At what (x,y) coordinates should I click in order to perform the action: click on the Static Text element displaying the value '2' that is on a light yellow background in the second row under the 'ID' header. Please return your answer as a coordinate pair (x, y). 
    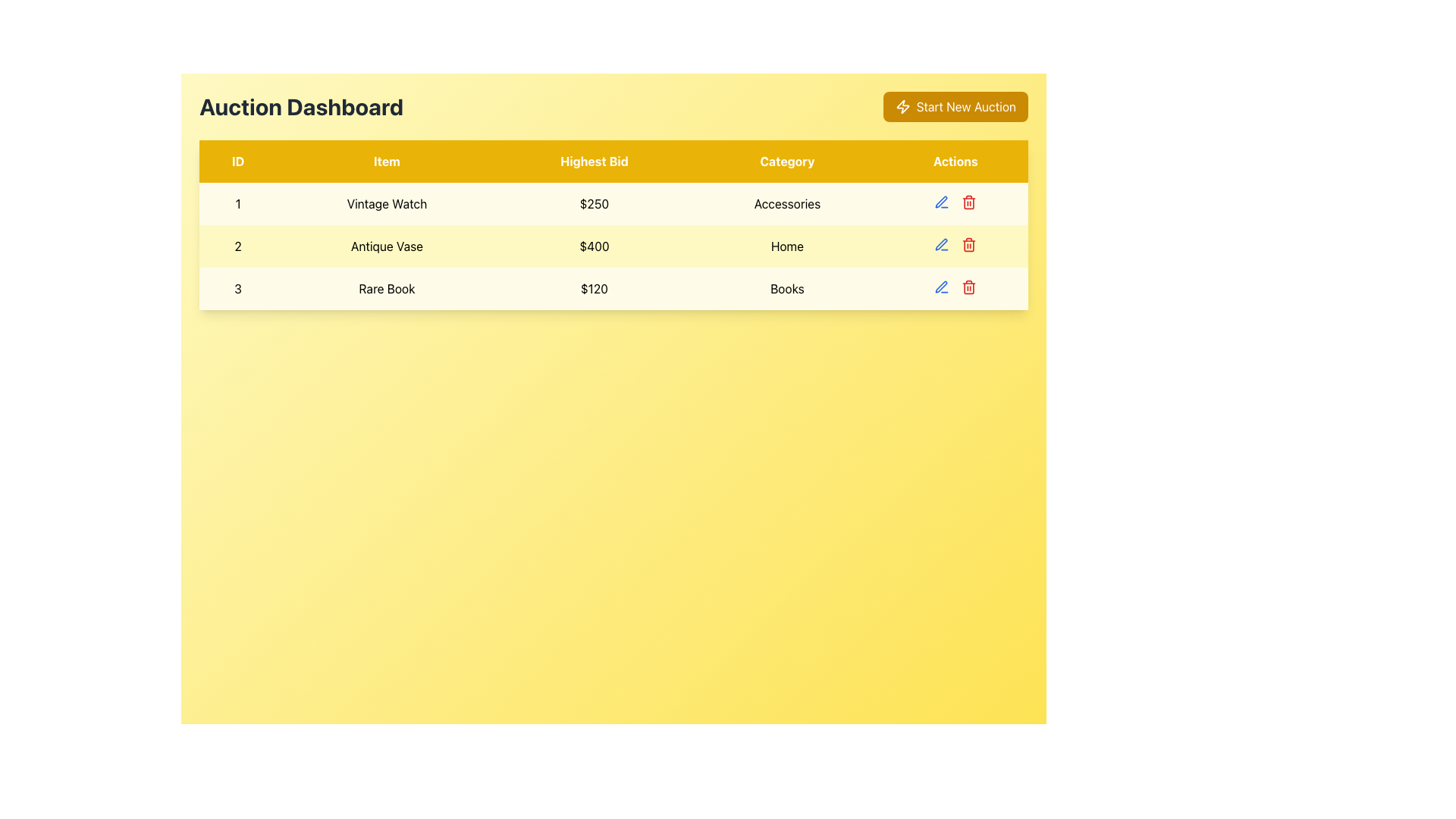
    Looking at the image, I should click on (237, 245).